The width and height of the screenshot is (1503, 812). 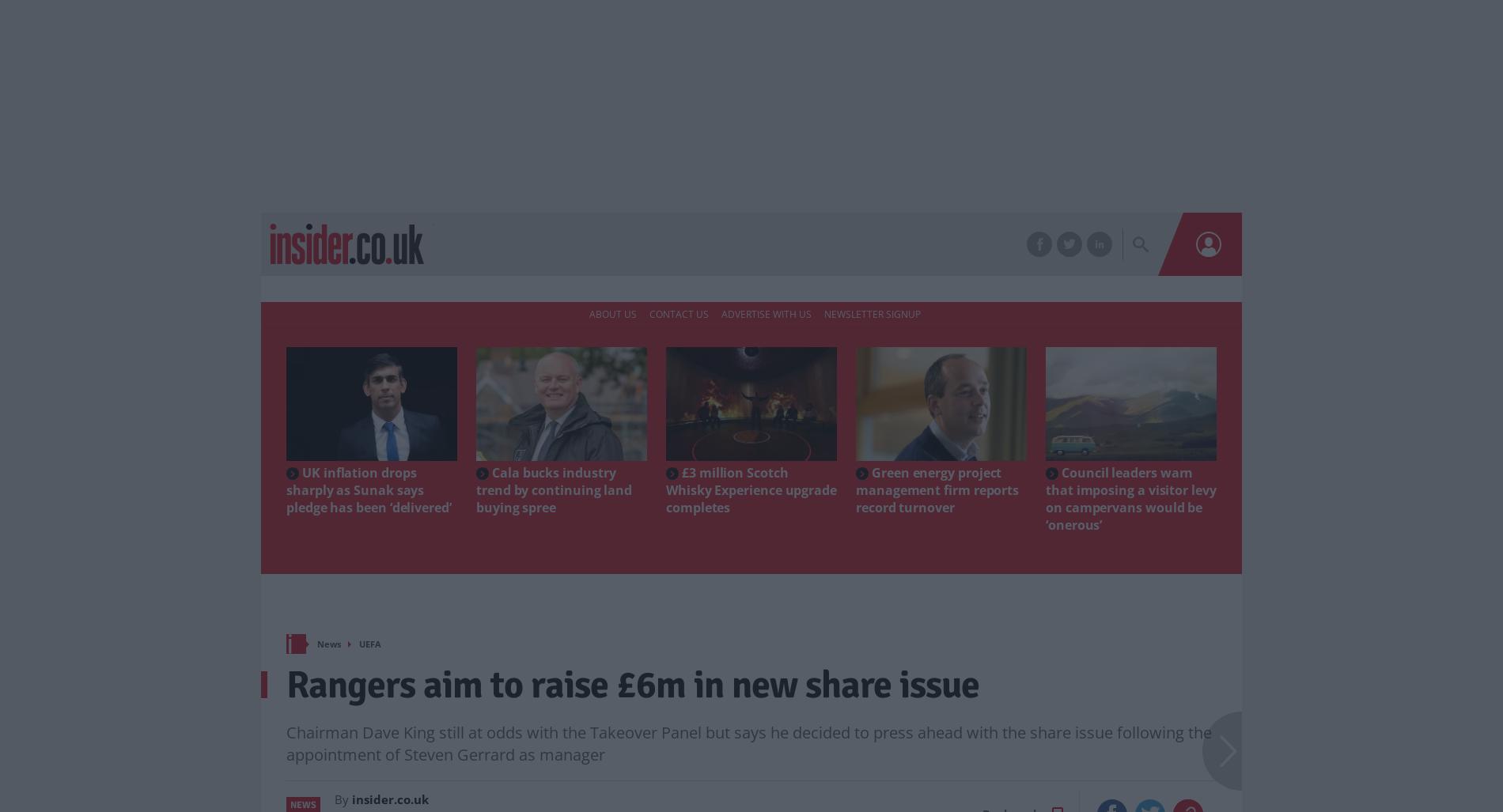 What do you see at coordinates (555, 244) in the screenshot?
I see `'Markets'` at bounding box center [555, 244].